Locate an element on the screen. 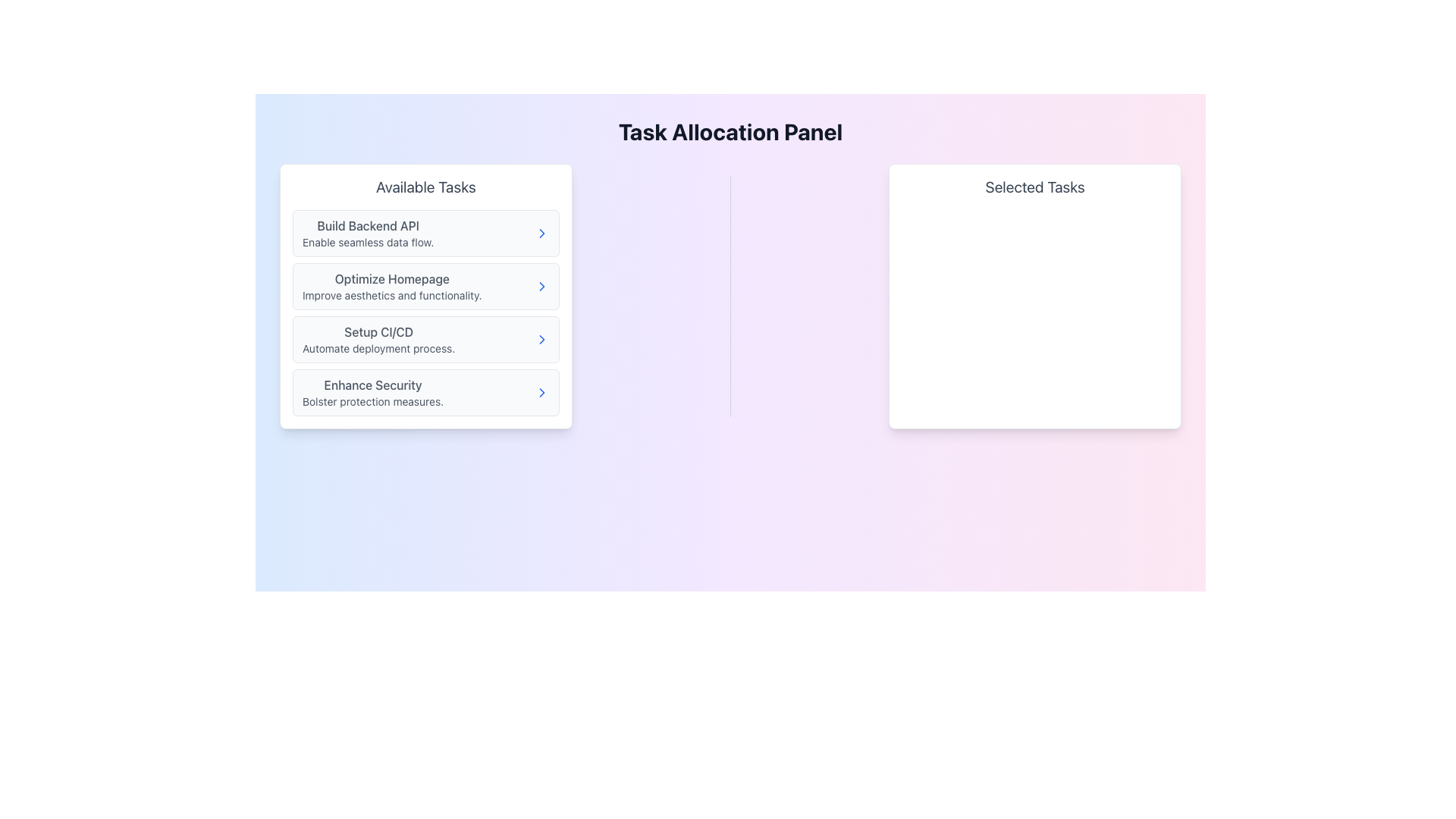  static text display providing additional information about the task 'Optimize Homepage', located below the main task title in the 'Available Tasks' panel is located at coordinates (392, 295).